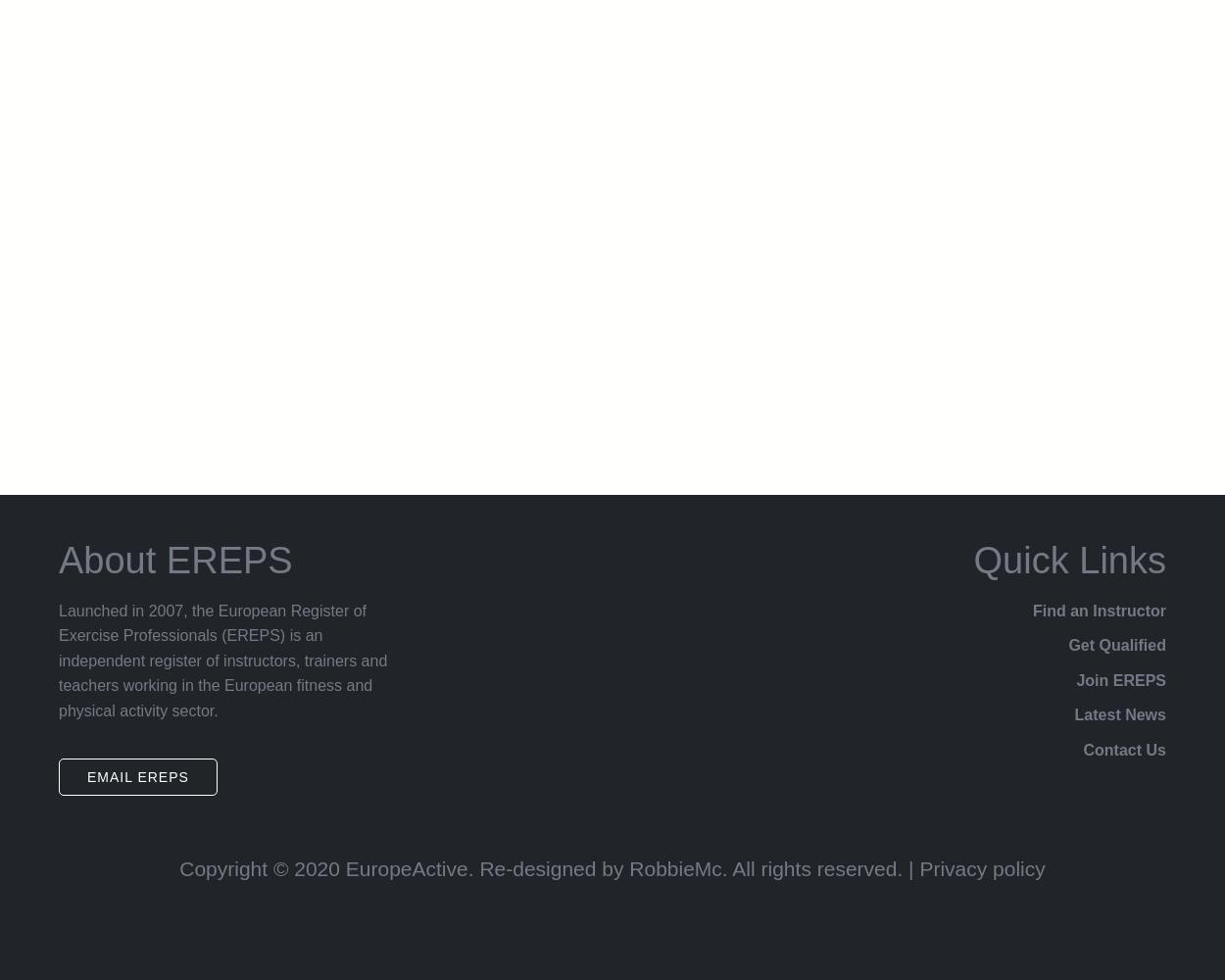 This screenshot has width=1225, height=980. Describe the element at coordinates (1124, 750) in the screenshot. I see `'Contact Us'` at that location.